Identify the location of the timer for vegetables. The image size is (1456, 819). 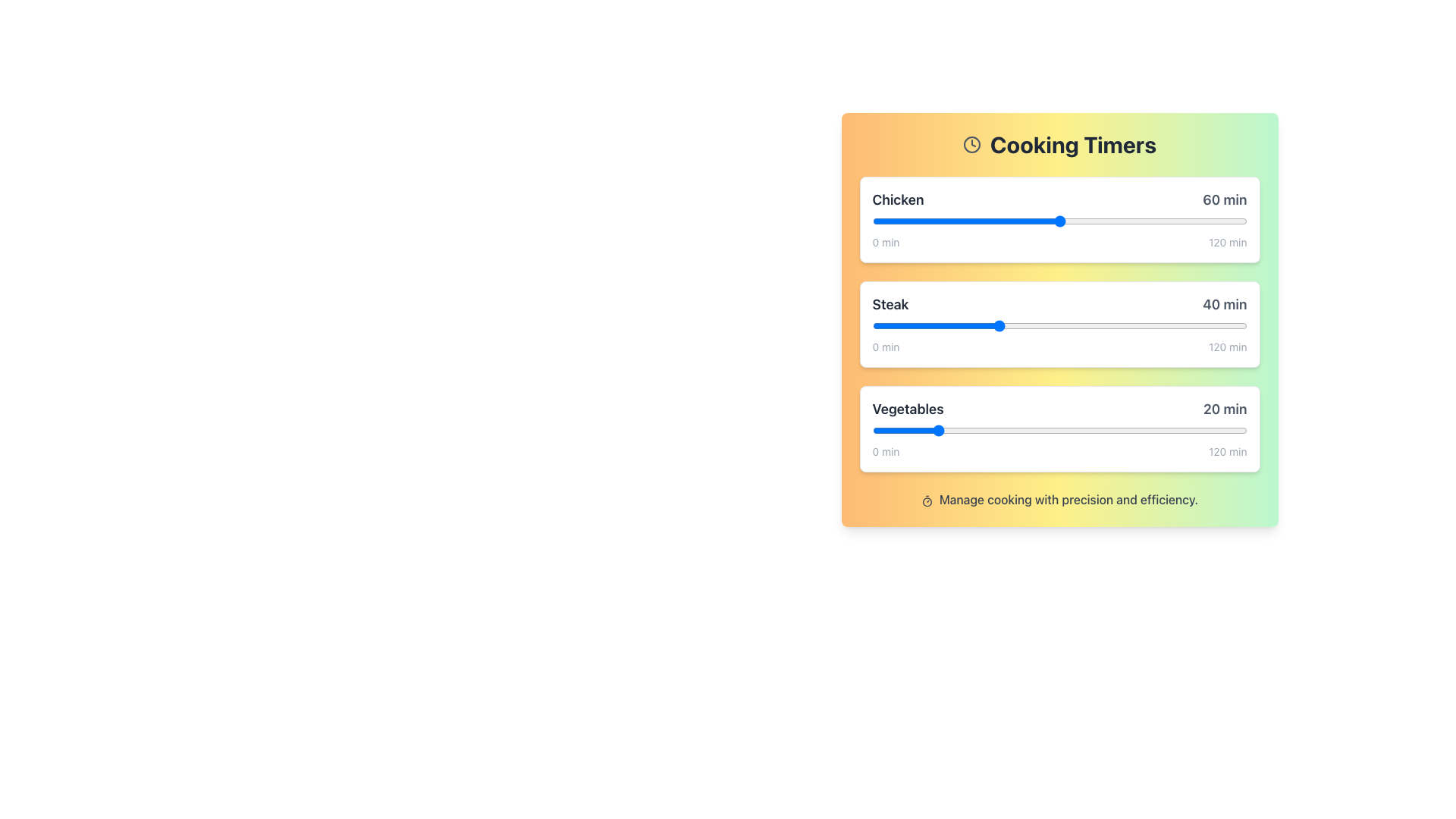
(894, 430).